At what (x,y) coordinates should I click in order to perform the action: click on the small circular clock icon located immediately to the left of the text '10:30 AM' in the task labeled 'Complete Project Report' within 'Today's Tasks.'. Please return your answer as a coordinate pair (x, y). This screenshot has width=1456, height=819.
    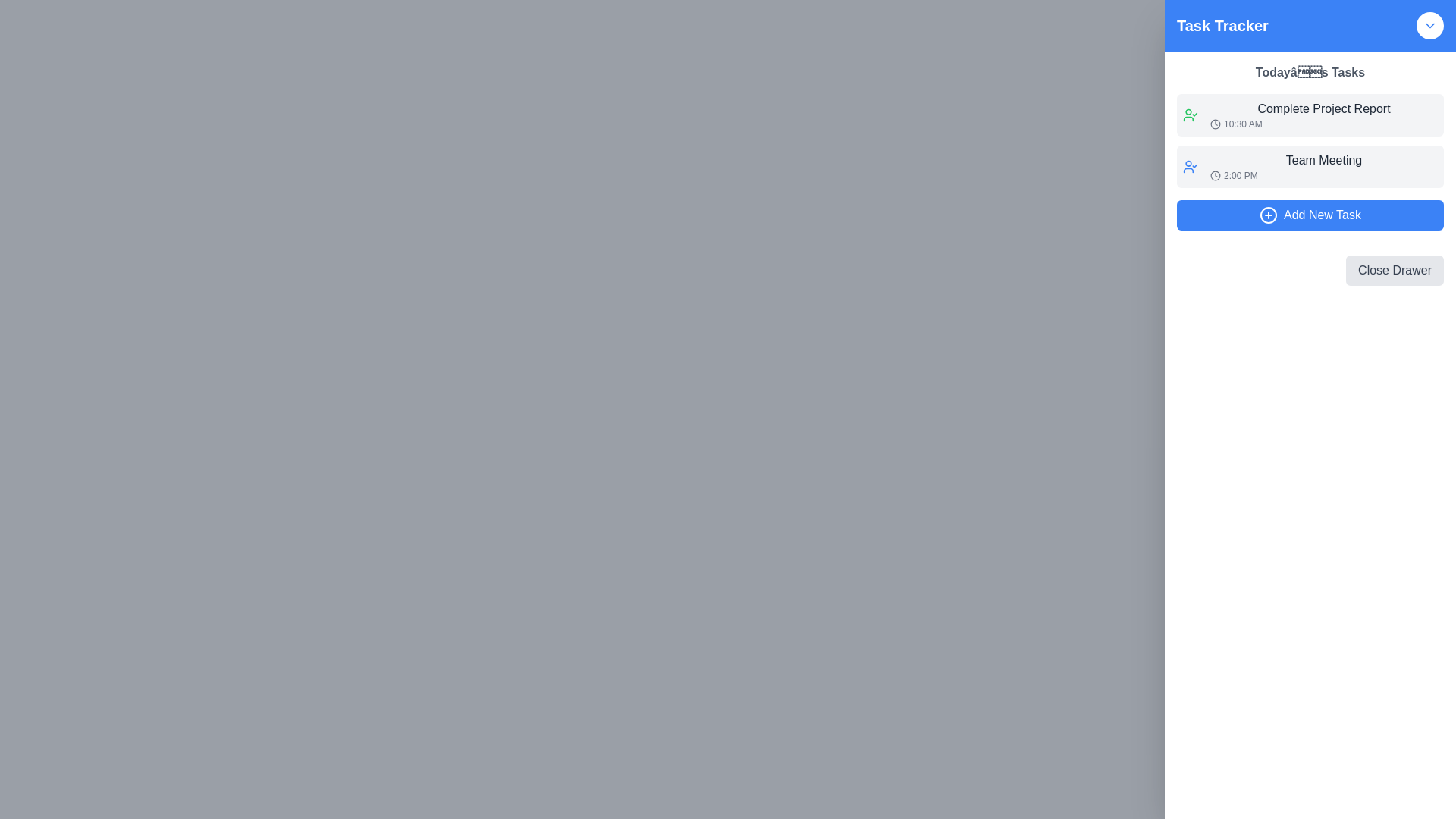
    Looking at the image, I should click on (1216, 124).